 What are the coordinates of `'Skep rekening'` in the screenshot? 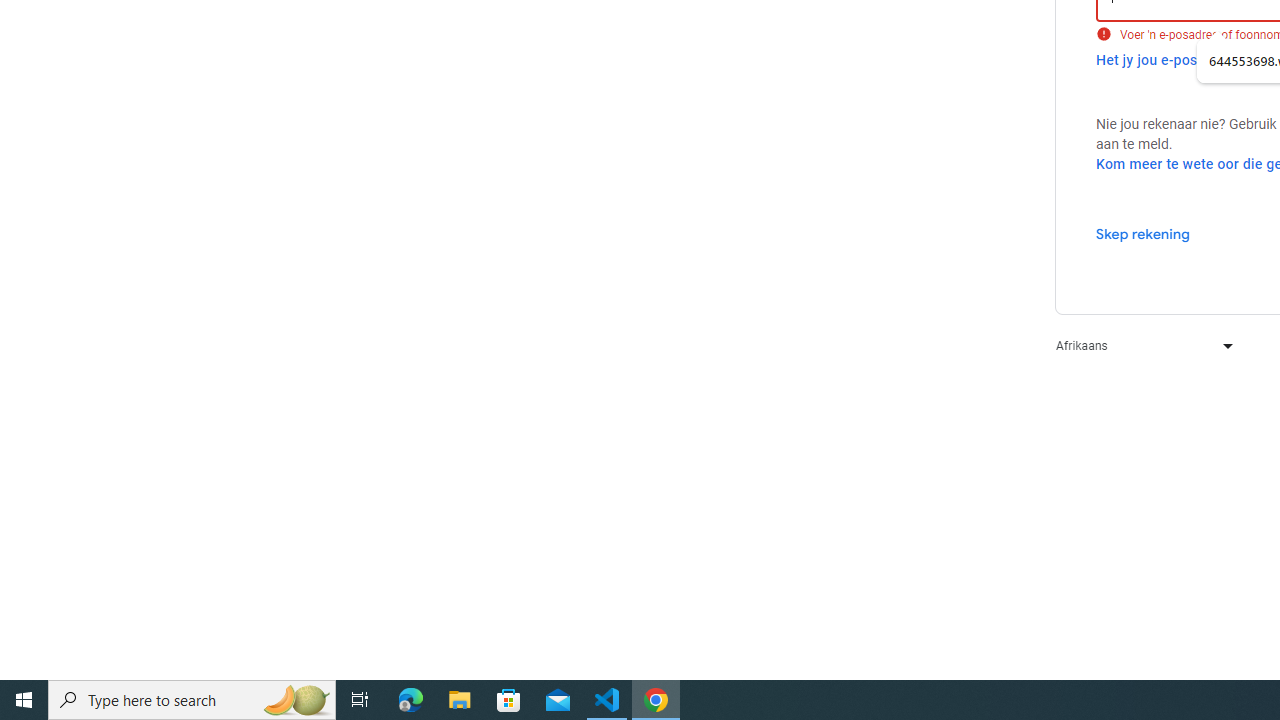 It's located at (1142, 232).